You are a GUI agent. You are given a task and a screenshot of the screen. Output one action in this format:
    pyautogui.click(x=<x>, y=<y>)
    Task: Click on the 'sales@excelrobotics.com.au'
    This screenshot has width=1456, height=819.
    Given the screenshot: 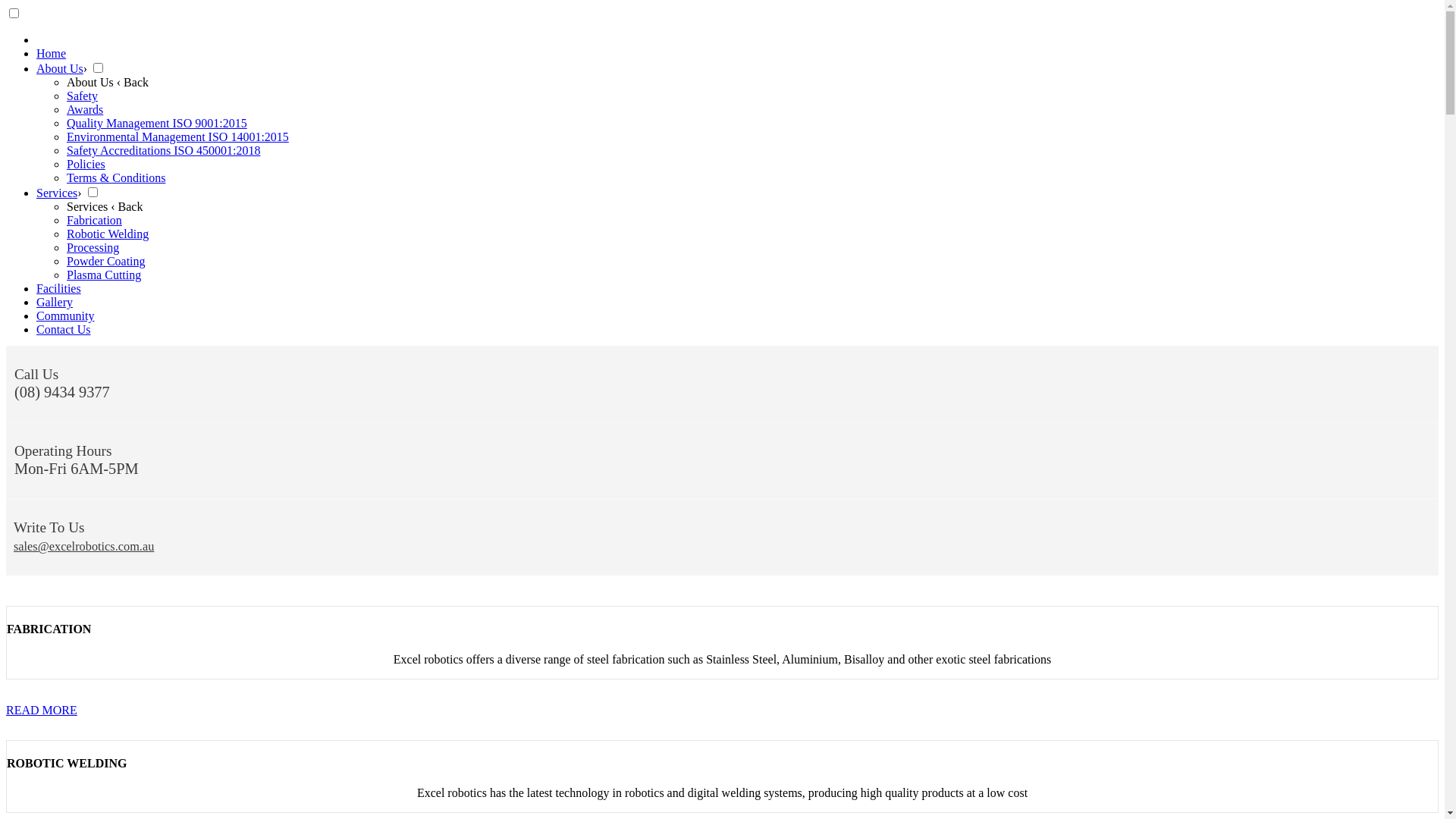 What is the action you would take?
    pyautogui.click(x=14, y=546)
    